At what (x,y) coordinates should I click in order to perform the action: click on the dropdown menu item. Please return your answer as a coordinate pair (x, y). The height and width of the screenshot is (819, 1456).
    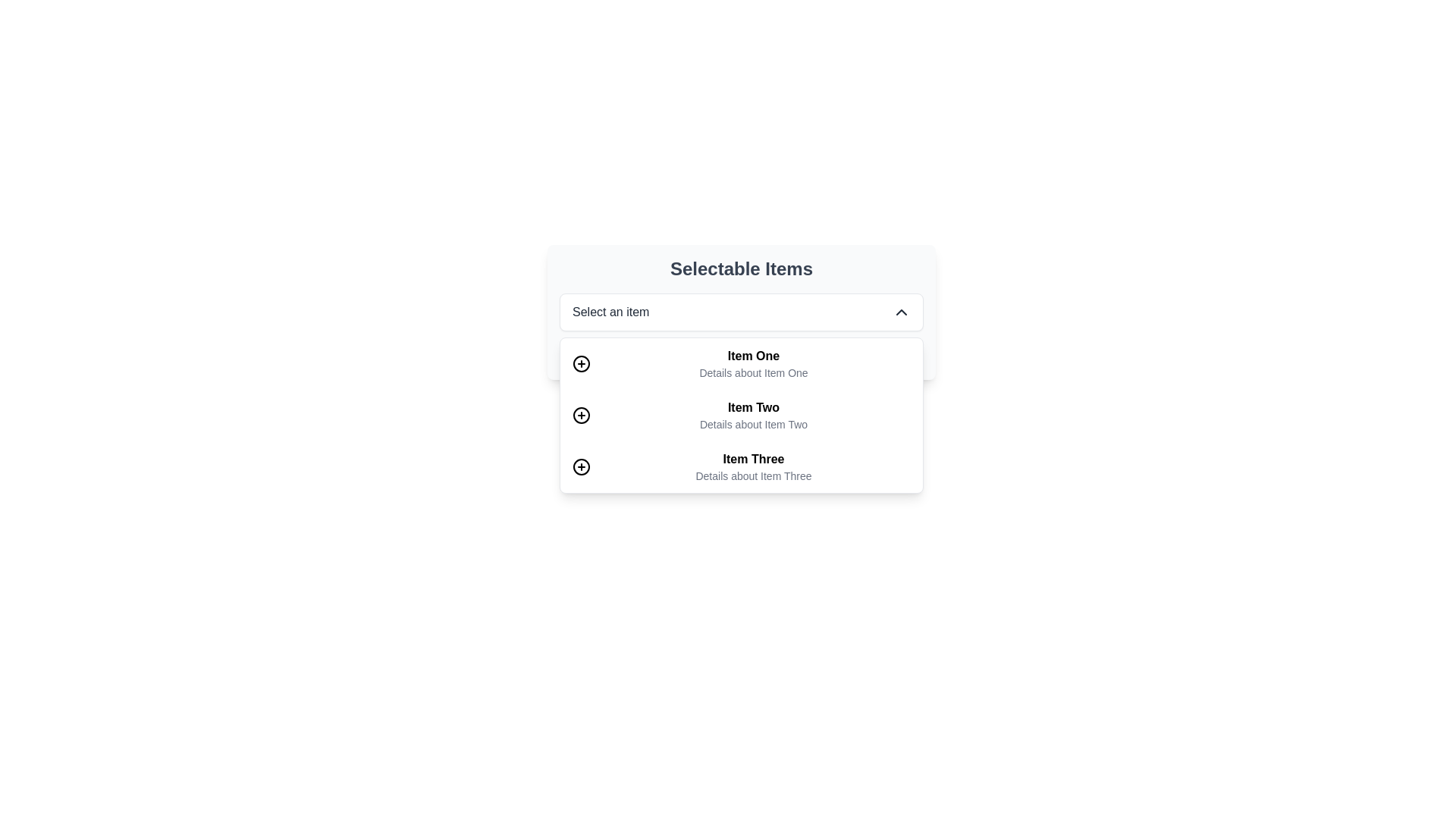
    Looking at the image, I should click on (742, 415).